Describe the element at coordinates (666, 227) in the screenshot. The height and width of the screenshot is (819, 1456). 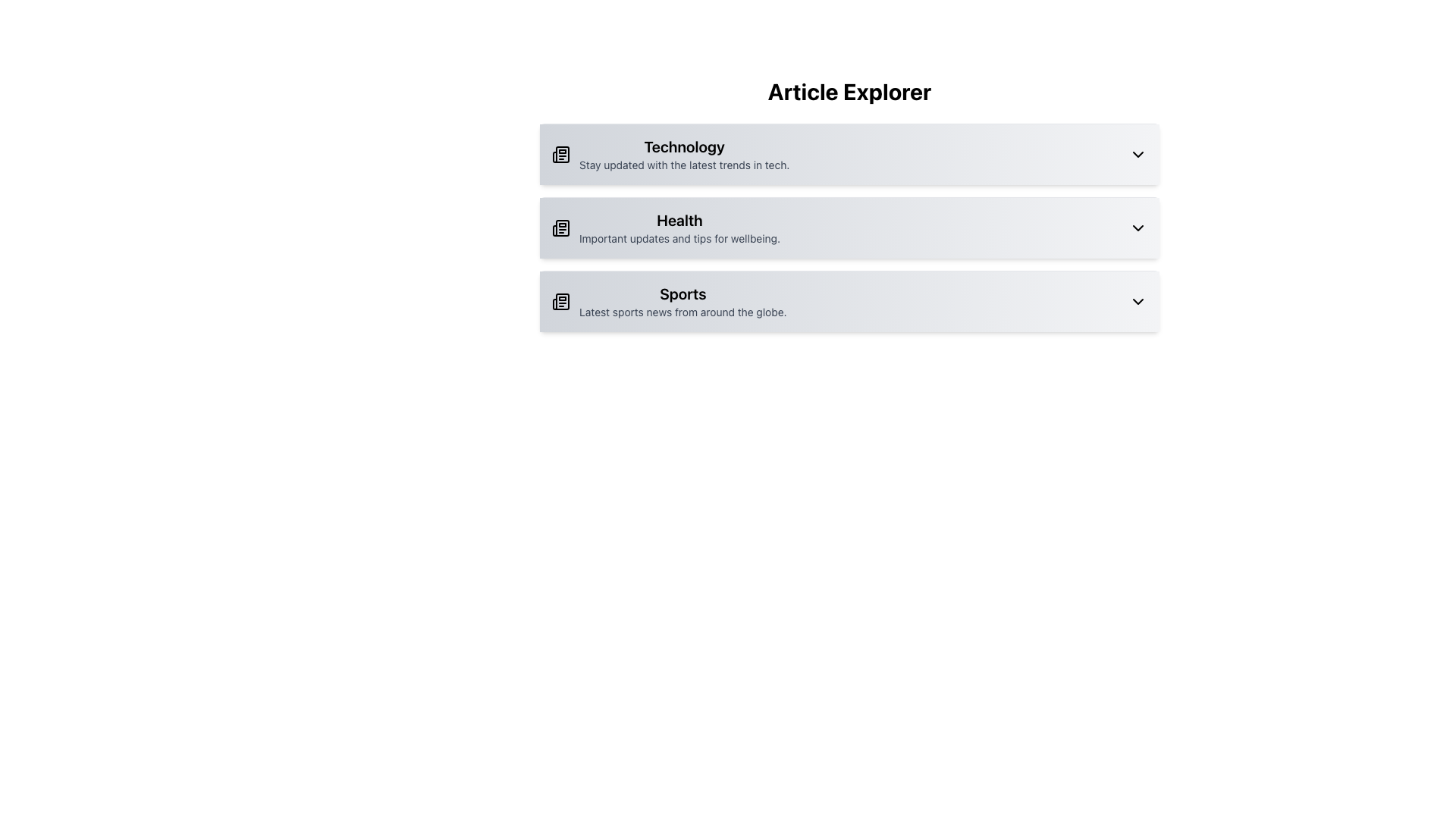
I see `the 'Health' group item, which contains an icon resembling a newspaper and two lines of text` at that location.